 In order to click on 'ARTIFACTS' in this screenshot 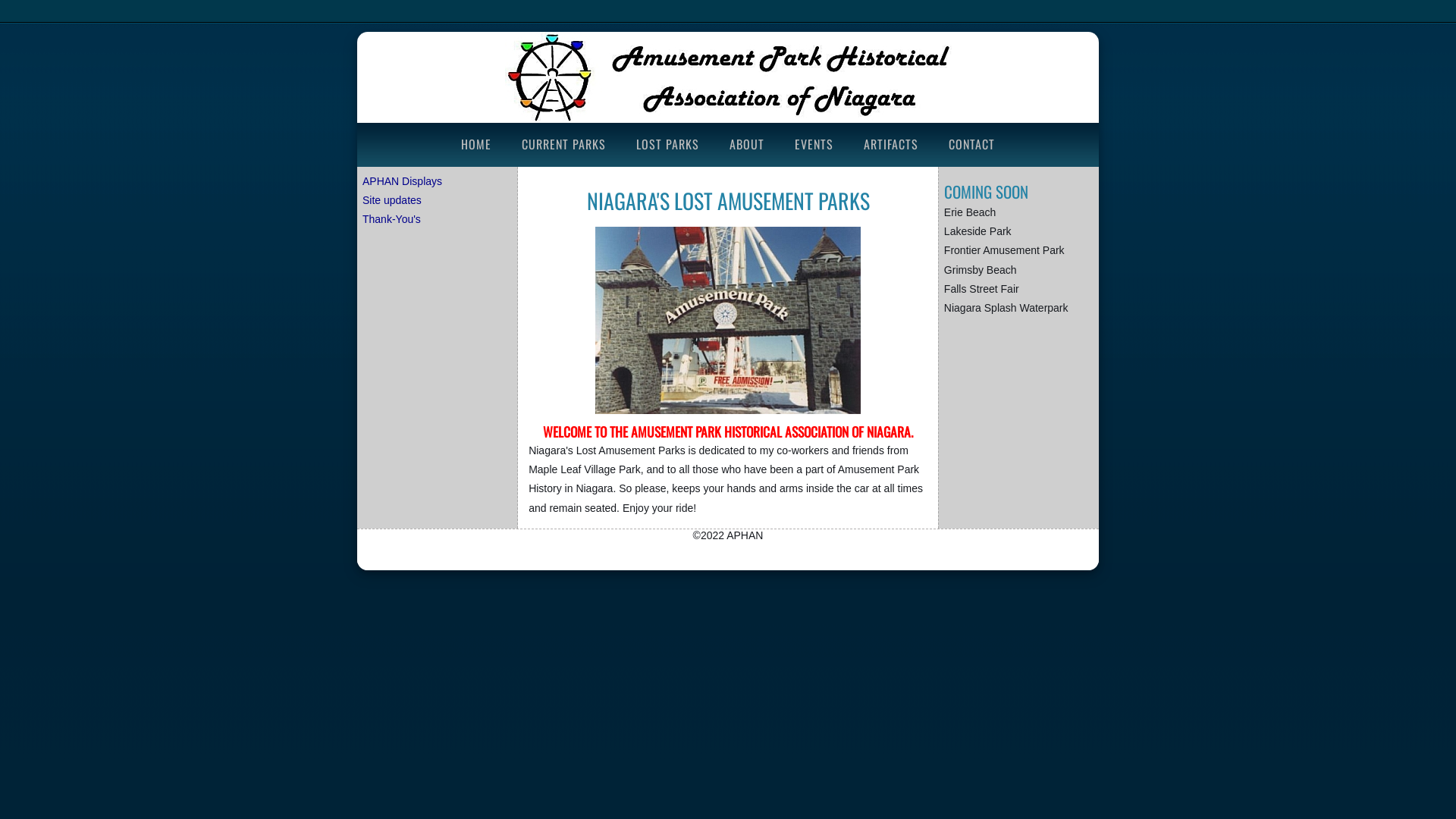, I will do `click(852, 143)`.